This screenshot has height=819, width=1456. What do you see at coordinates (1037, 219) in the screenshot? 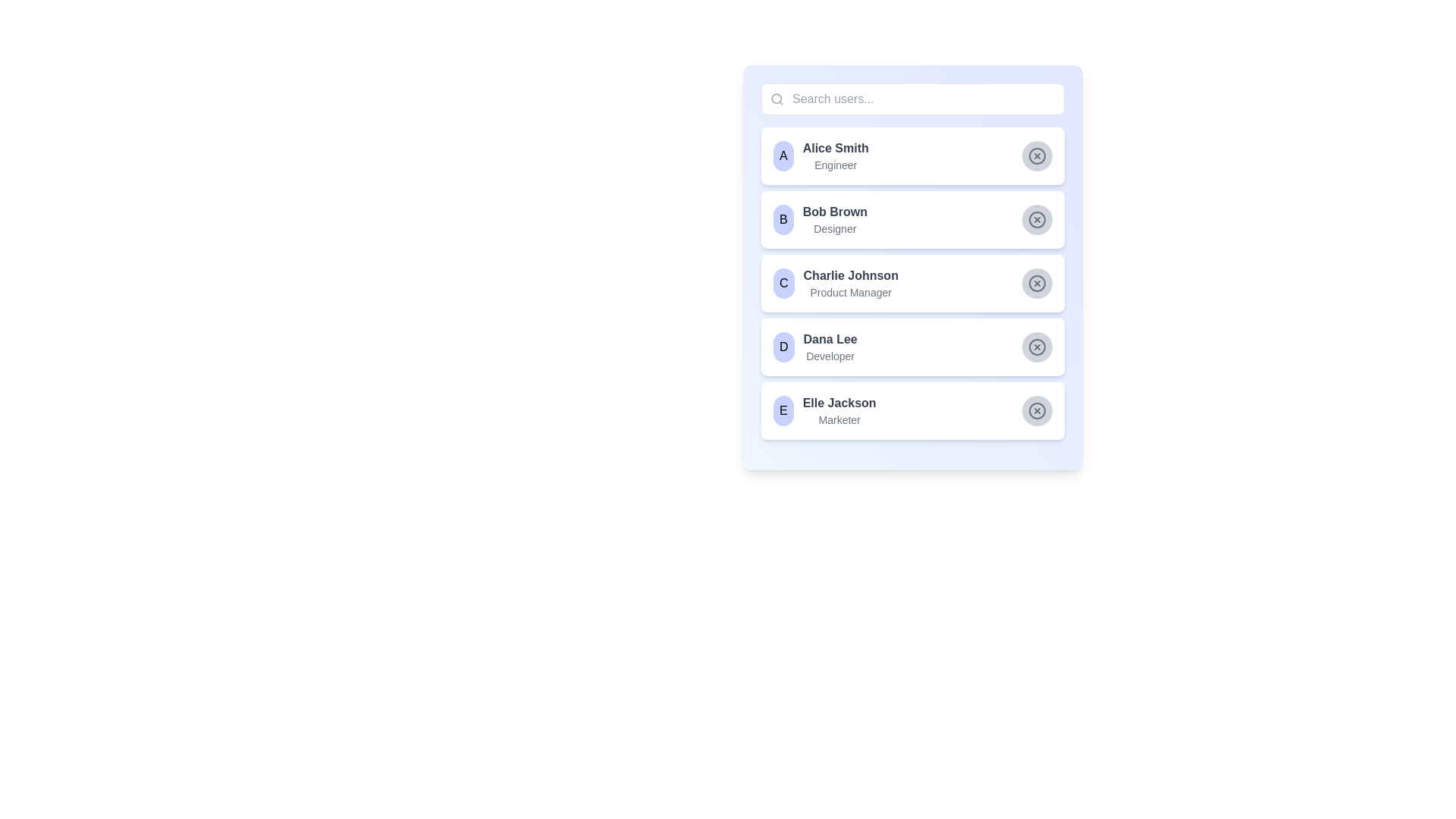
I see `the close or delete button located on the far right end of the row labeled 'Bob Brown Designer'` at bounding box center [1037, 219].